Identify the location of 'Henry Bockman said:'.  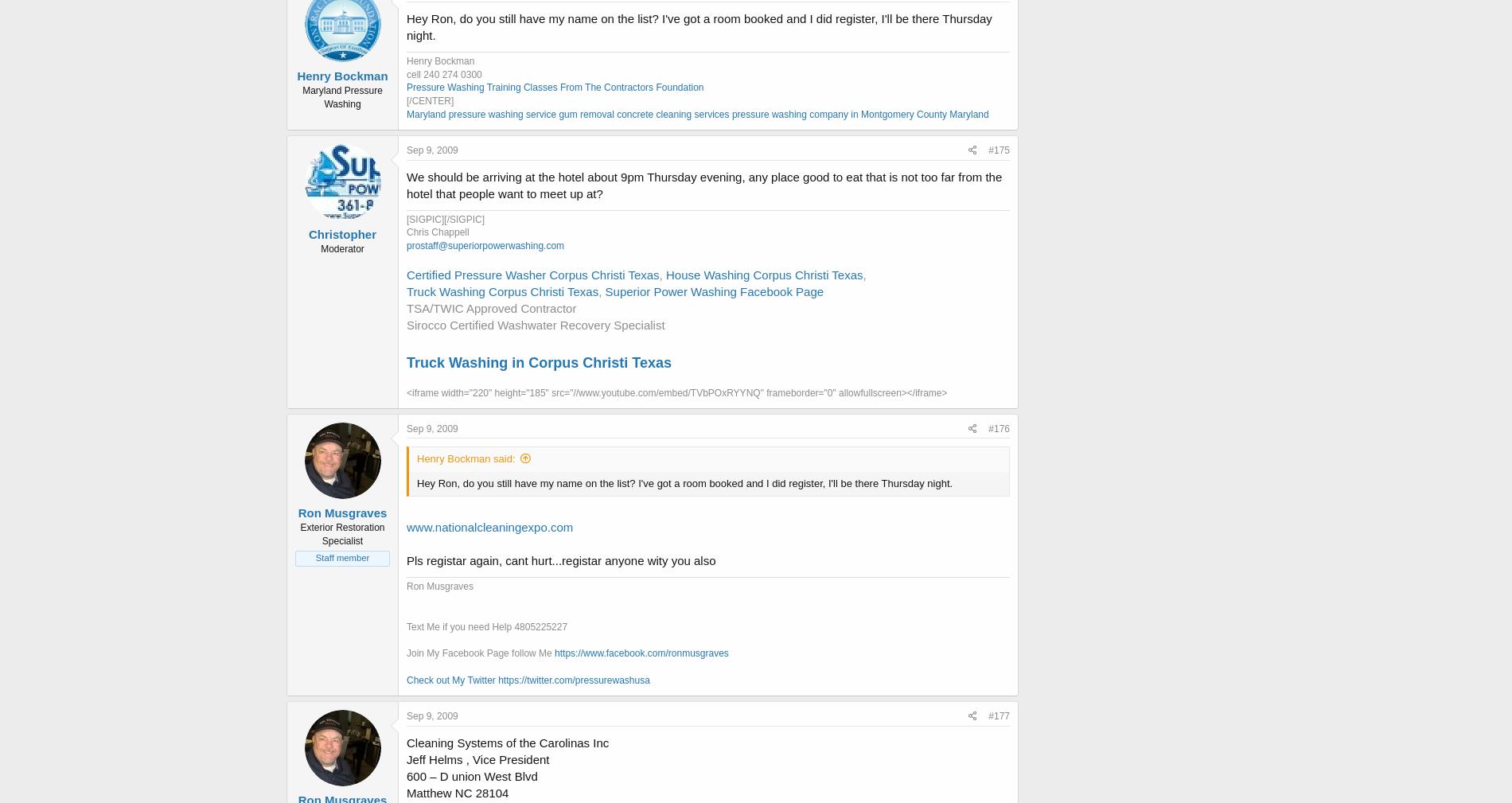
(466, 458).